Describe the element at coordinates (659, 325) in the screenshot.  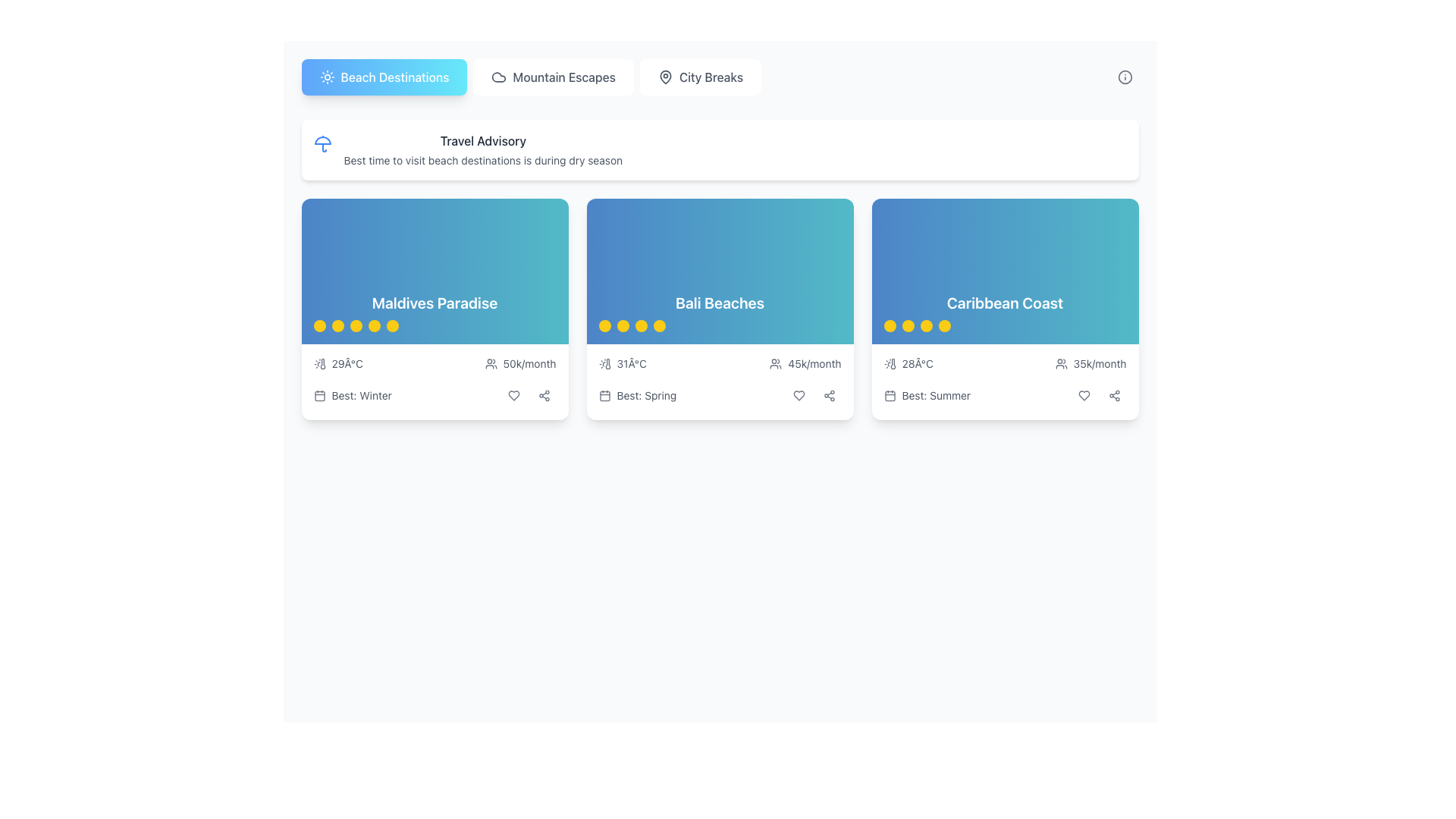
I see `the fourth yellow circular icon in the 'Bali Beaches' section, which serves as a visual rating indicator` at that location.